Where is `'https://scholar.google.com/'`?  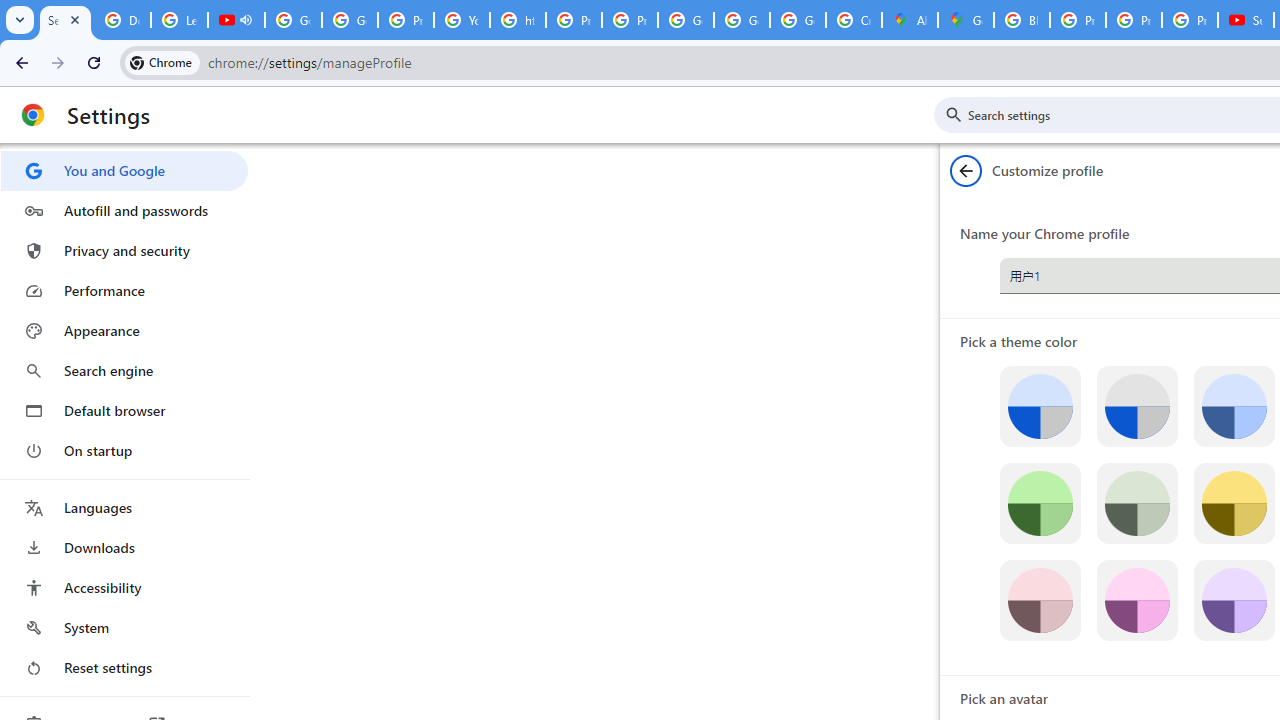
'https://scholar.google.com/' is located at coordinates (518, 20).